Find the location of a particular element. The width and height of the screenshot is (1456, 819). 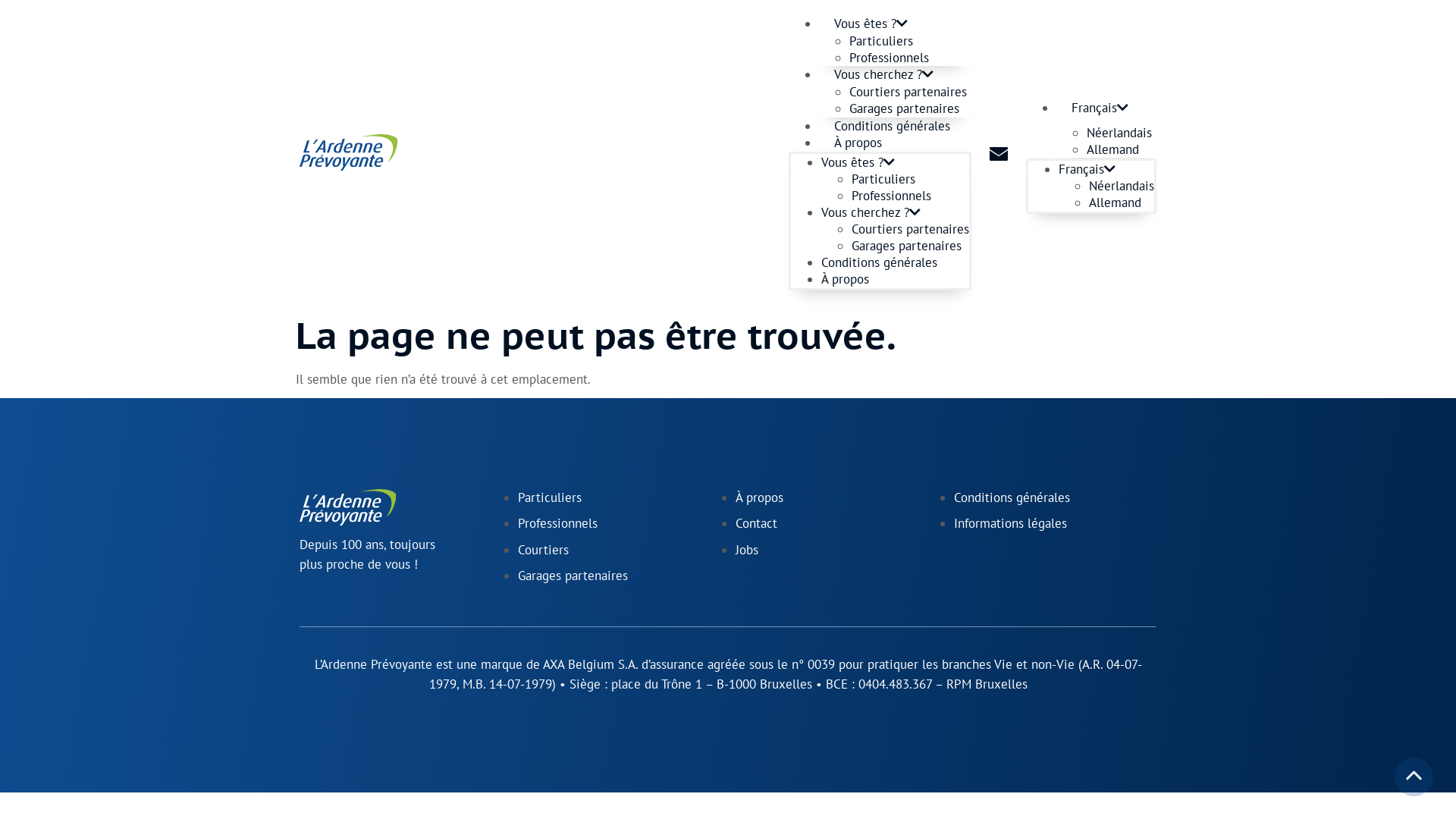

'Particuliers' is located at coordinates (880, 40).